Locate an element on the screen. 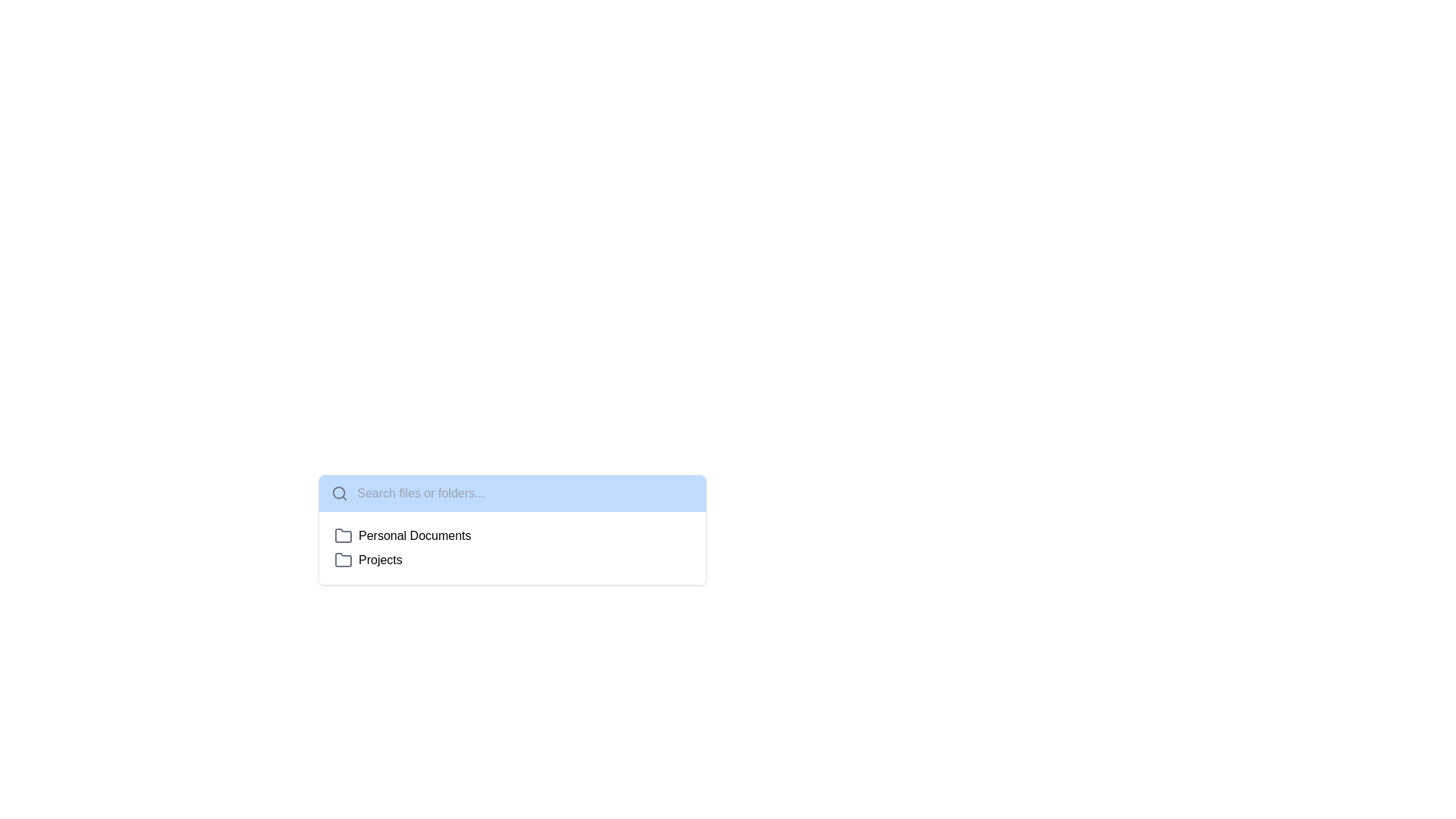  the text label 'Personal Documents' which denotes a directory in the file navigation panel, located beneath the search bar and above the 'Projects' item is located at coordinates (415, 535).